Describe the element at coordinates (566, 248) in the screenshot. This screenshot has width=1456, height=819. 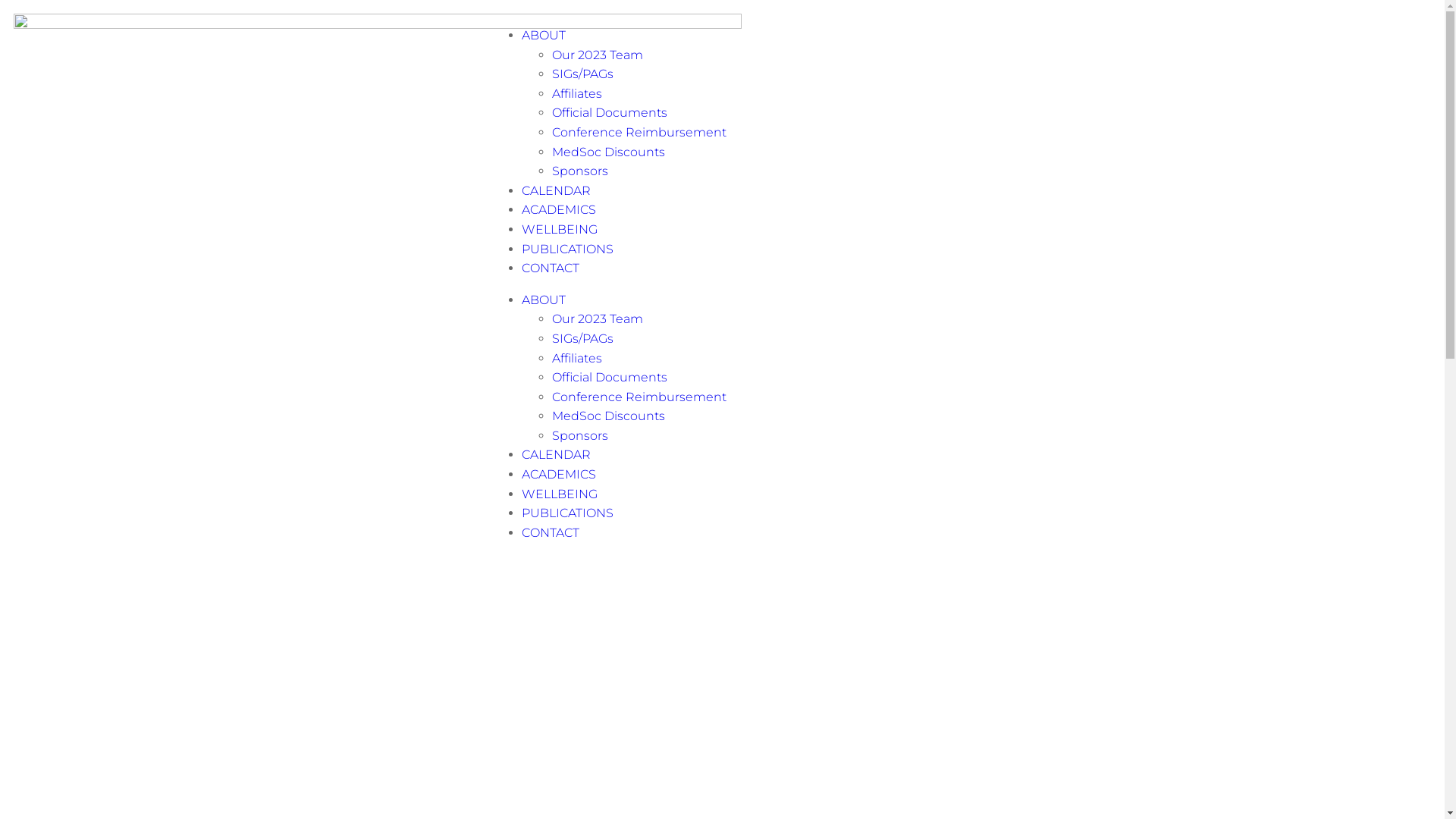
I see `'PUBLICATIONS'` at that location.